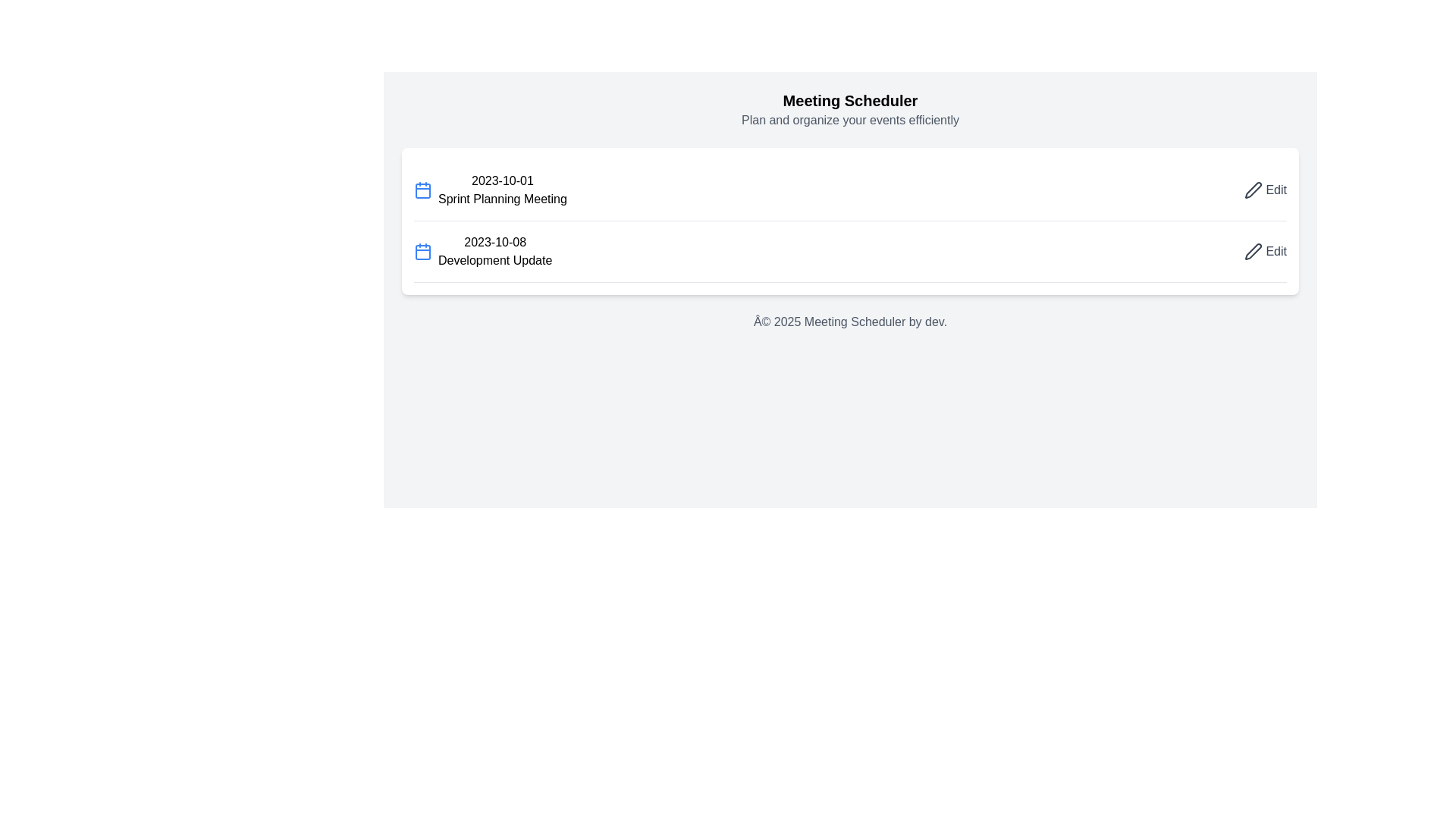 The height and width of the screenshot is (819, 1456). Describe the element at coordinates (495, 250) in the screenshot. I see `the static text element displaying the date '2023-10-08' and title 'Development Update' in the meeting scheduler interface, located in the second row of the meeting list` at that location.